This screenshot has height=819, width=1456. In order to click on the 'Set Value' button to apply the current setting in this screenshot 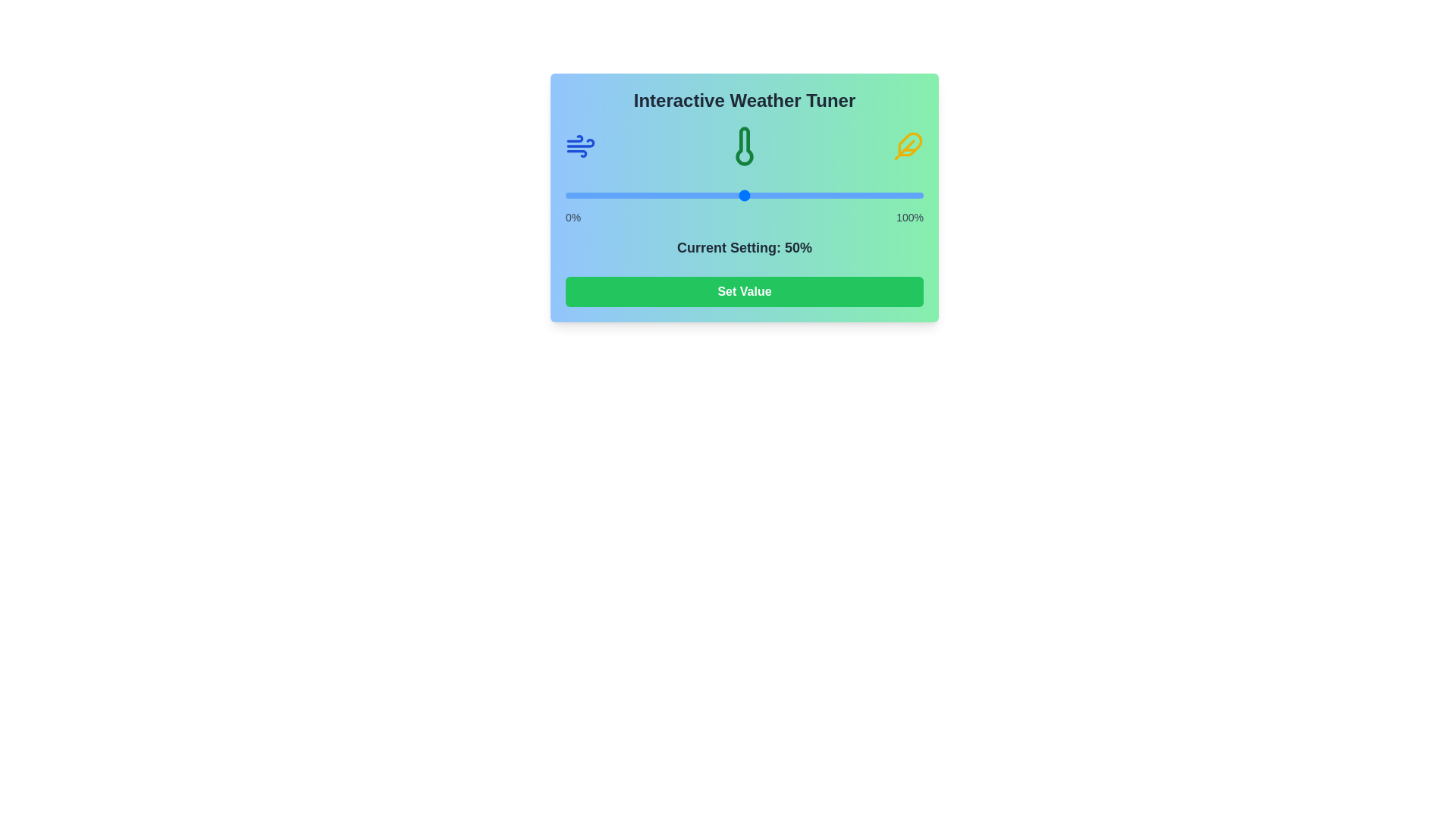, I will do `click(745, 292)`.